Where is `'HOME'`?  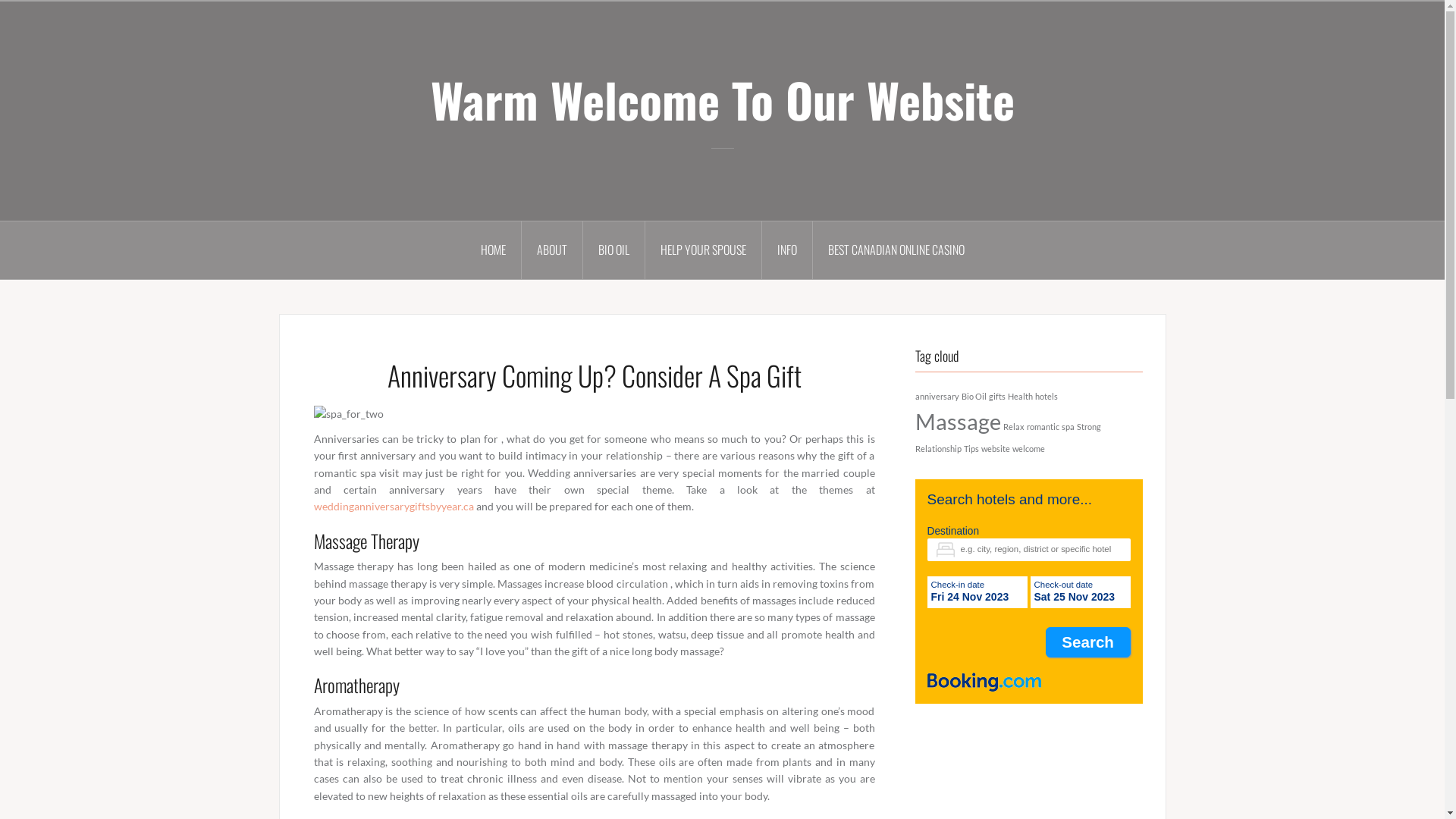 'HOME' is located at coordinates (494, 249).